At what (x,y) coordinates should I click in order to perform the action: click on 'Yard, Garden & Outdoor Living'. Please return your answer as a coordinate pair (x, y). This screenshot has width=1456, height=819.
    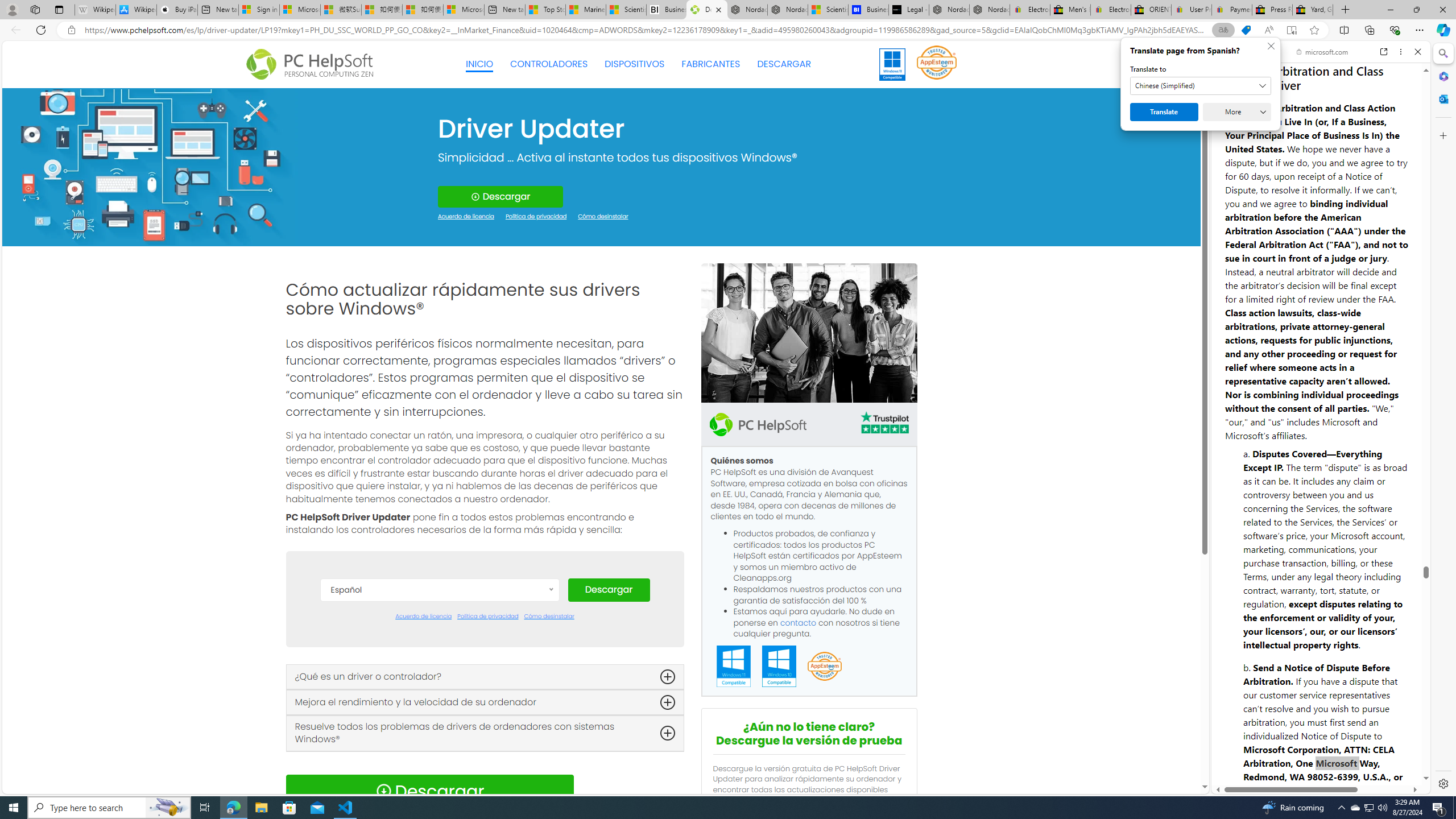
    Looking at the image, I should click on (1312, 9).